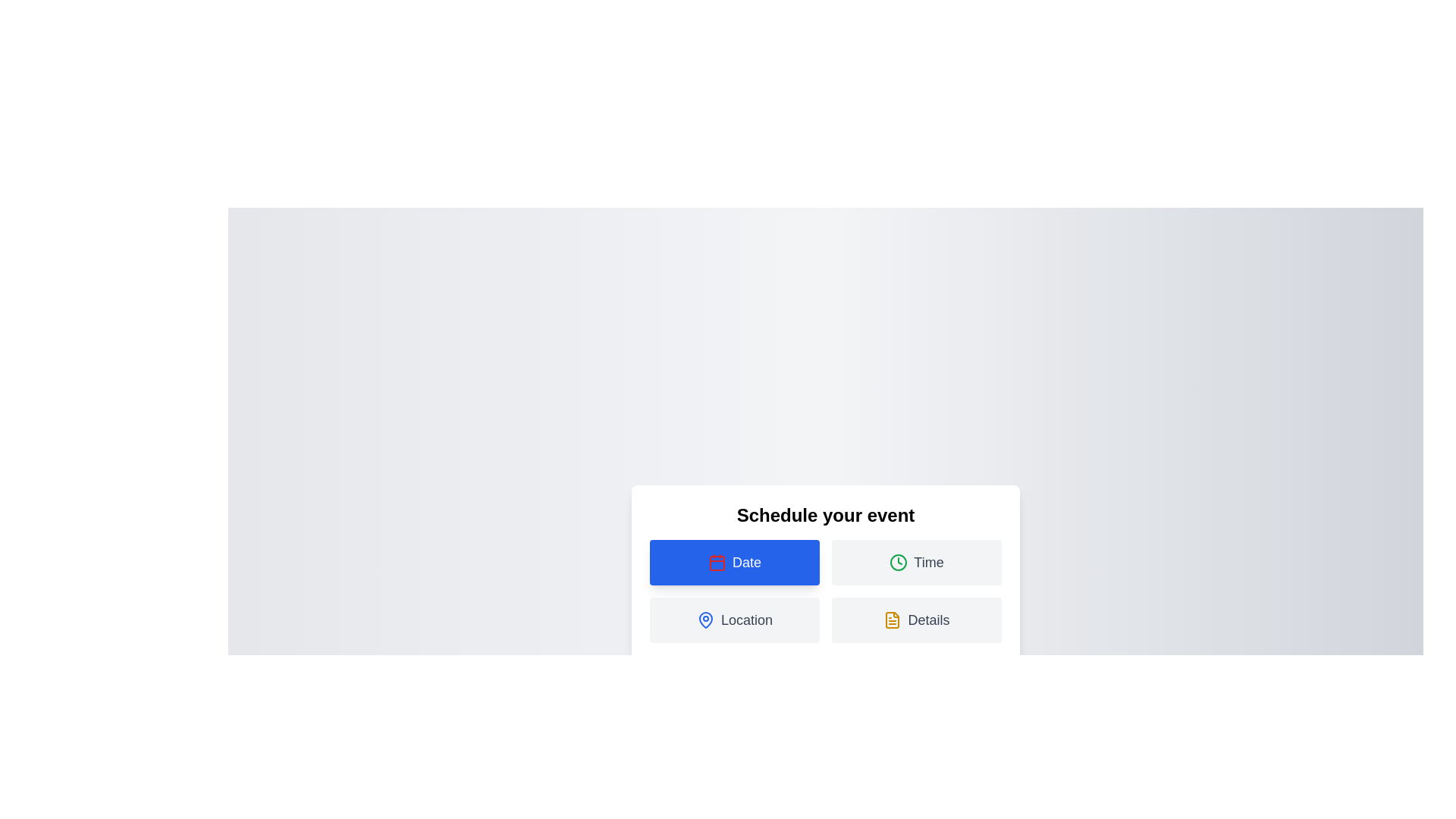  I want to click on the button labeled 'Time' that contains the clock icon in the 'Schedule your event' interface, so click(899, 562).